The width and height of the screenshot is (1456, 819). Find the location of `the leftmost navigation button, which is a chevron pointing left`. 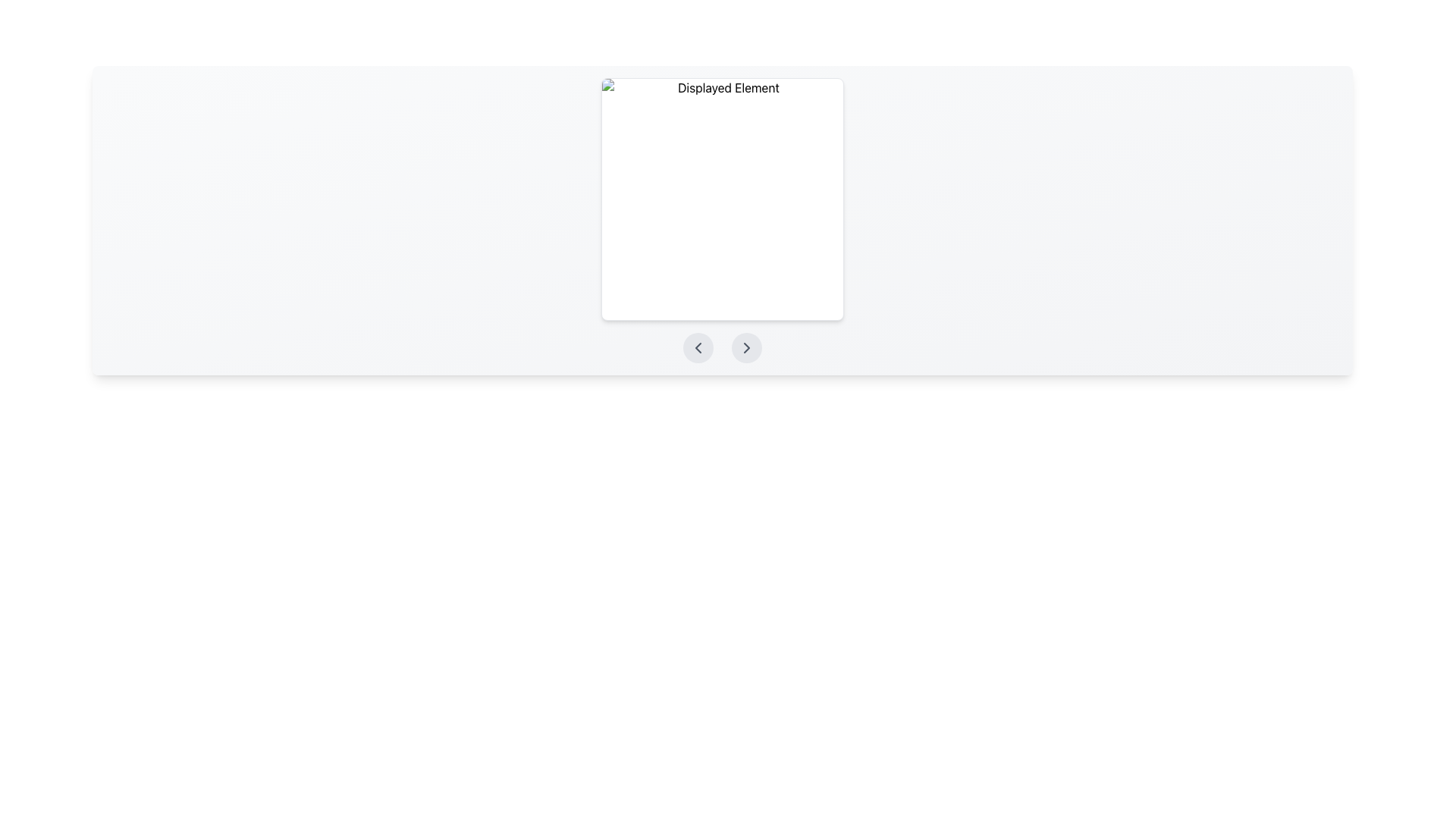

the leftmost navigation button, which is a chevron pointing left is located at coordinates (698, 348).